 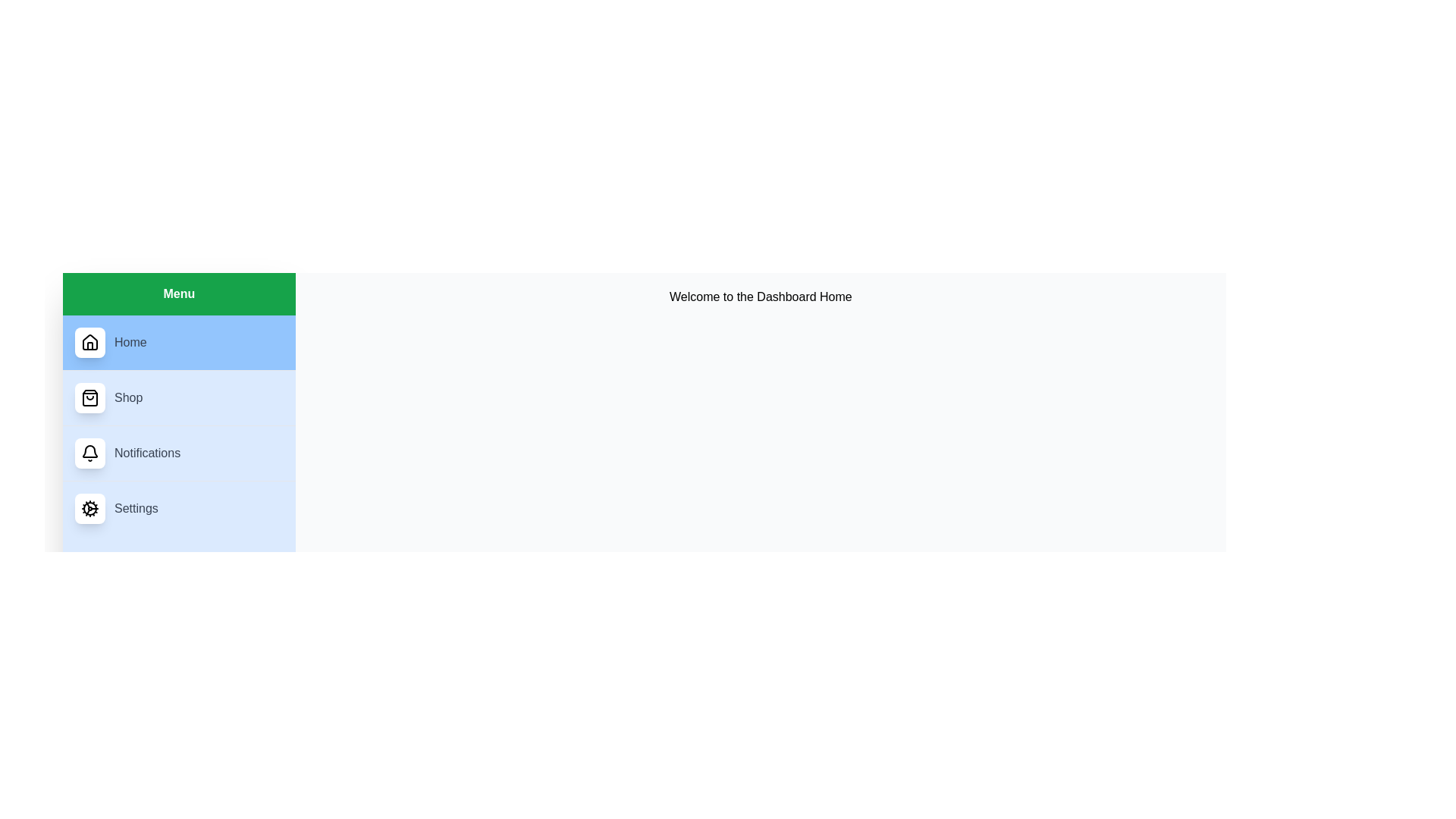 What do you see at coordinates (178, 452) in the screenshot?
I see `the Notifications menu item to navigate to its content` at bounding box center [178, 452].